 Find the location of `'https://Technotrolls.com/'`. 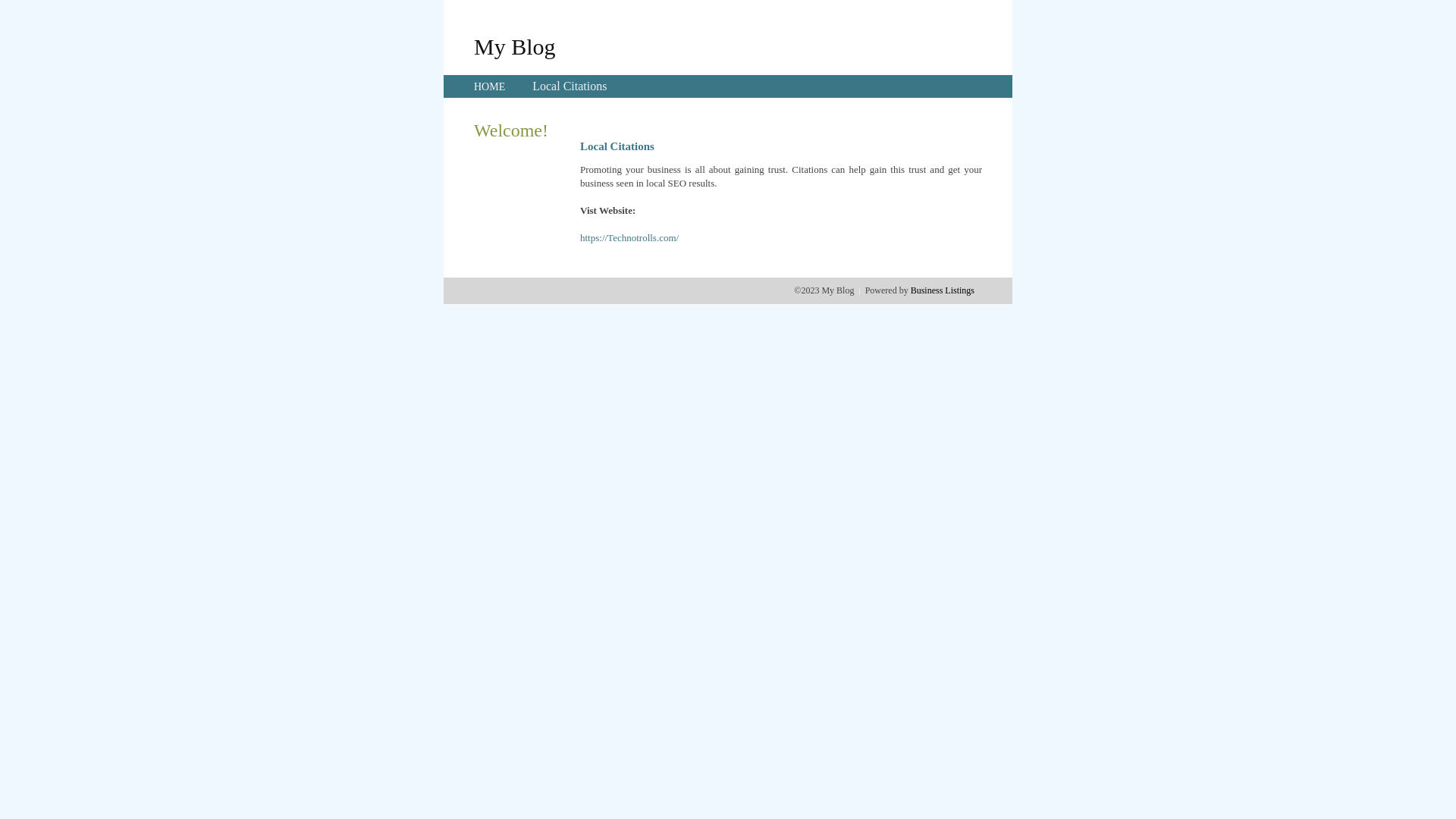

'https://Technotrolls.com/' is located at coordinates (629, 237).